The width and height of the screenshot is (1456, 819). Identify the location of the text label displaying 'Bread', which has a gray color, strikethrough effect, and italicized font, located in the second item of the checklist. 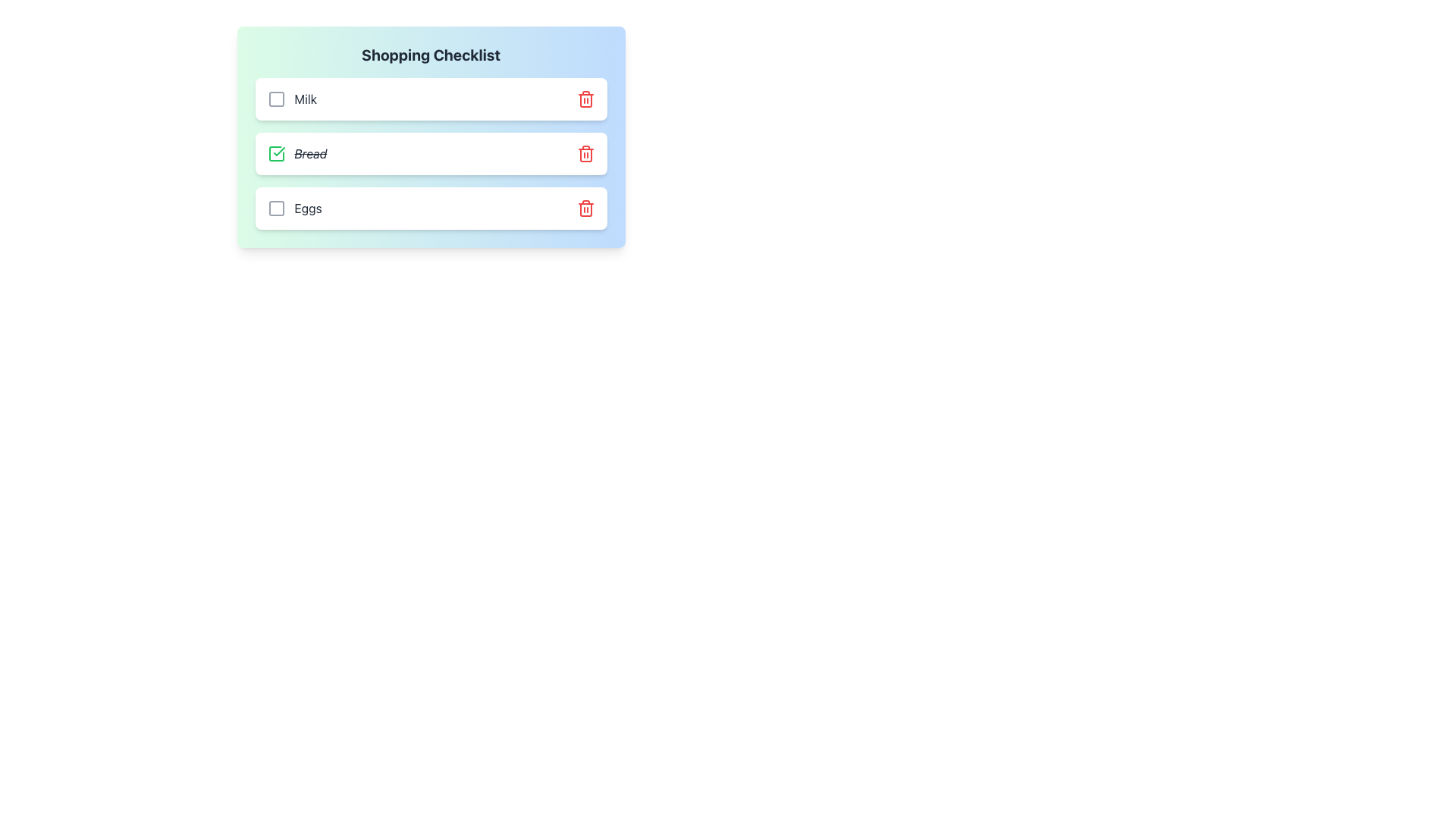
(309, 154).